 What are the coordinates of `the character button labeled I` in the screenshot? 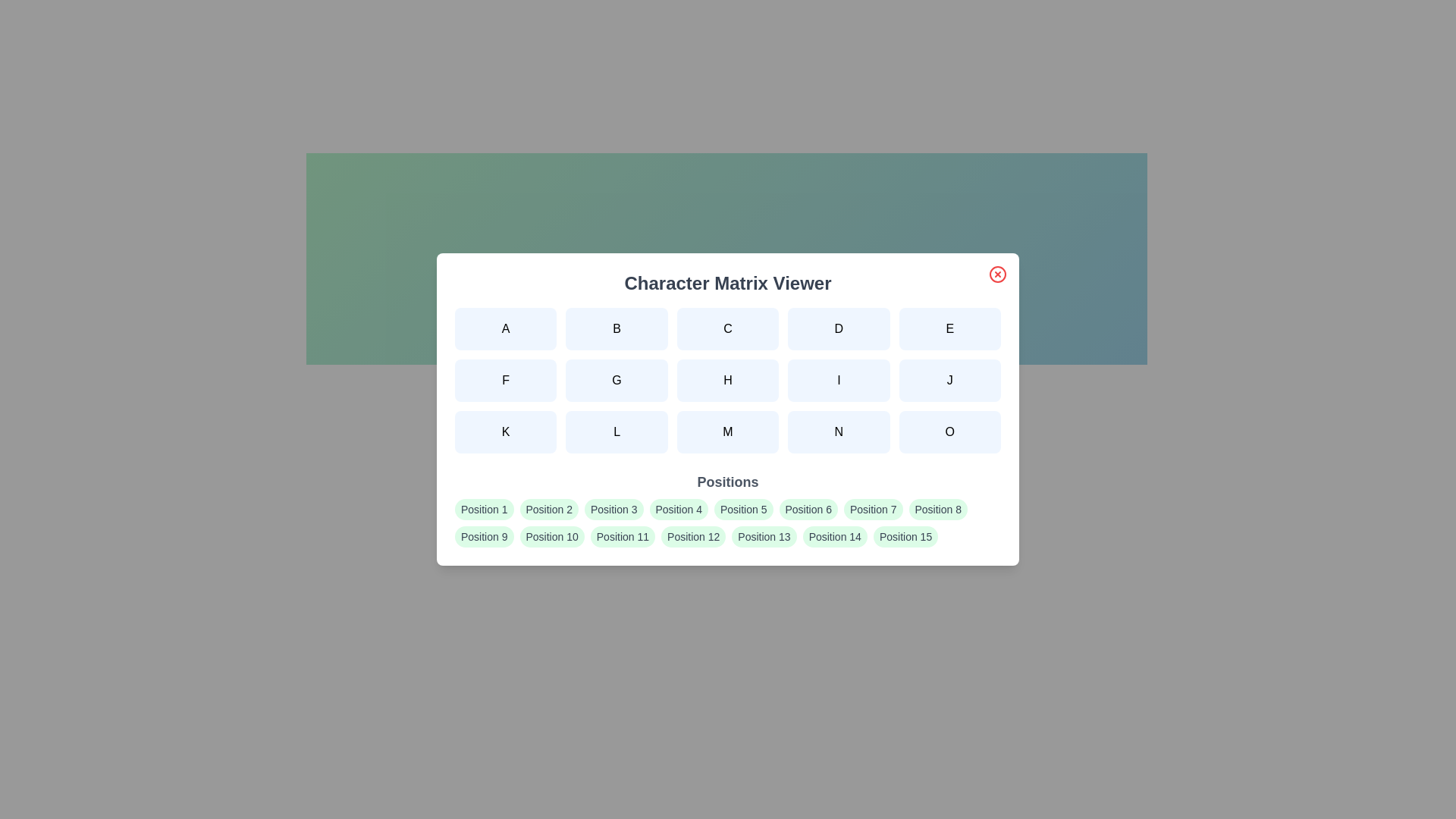 It's located at (837, 379).